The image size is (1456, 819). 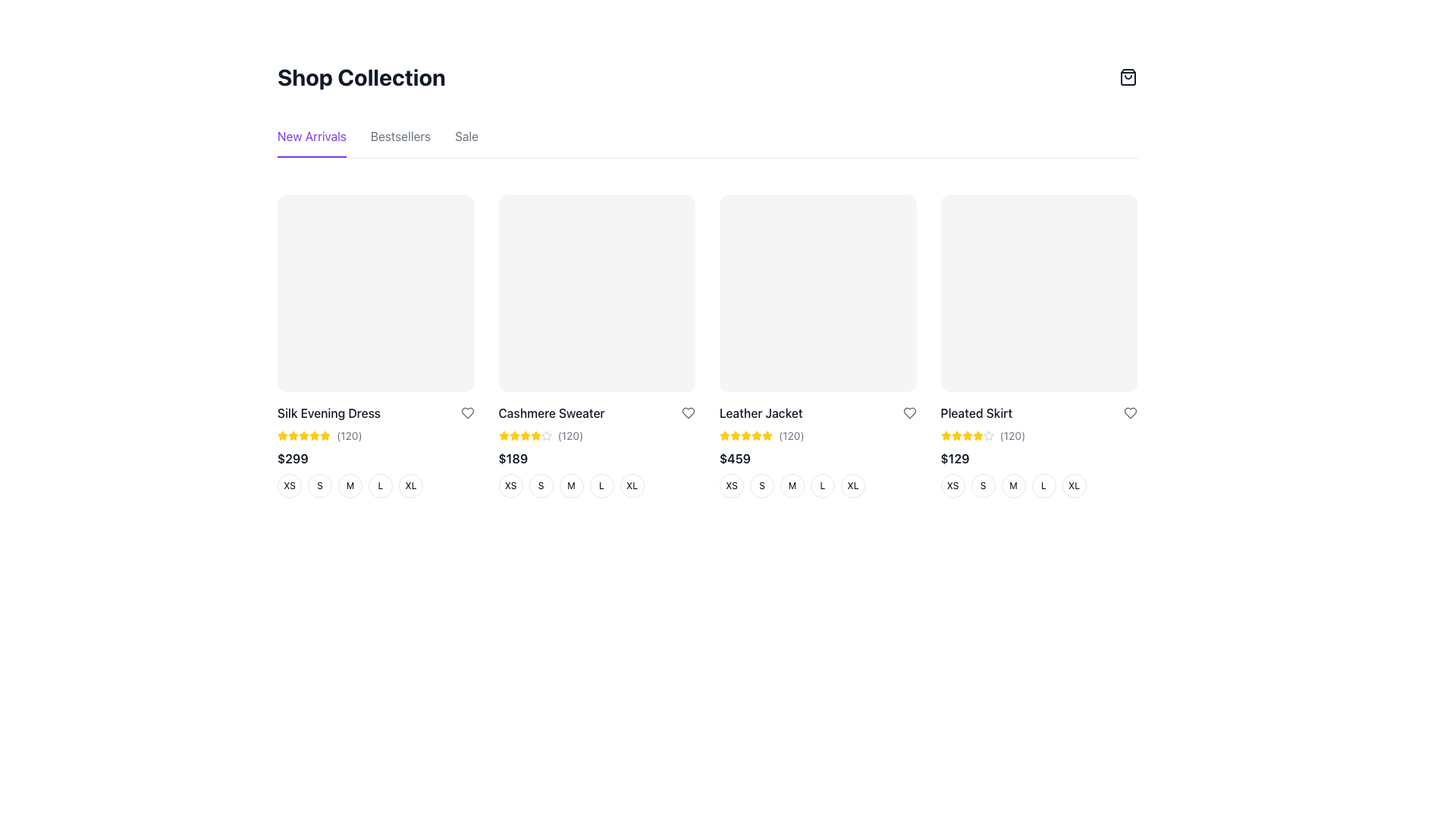 What do you see at coordinates (311, 143) in the screenshot?
I see `the 'New Arrivals' navigation tab located in the top-left corner below 'Shop Collection'` at bounding box center [311, 143].